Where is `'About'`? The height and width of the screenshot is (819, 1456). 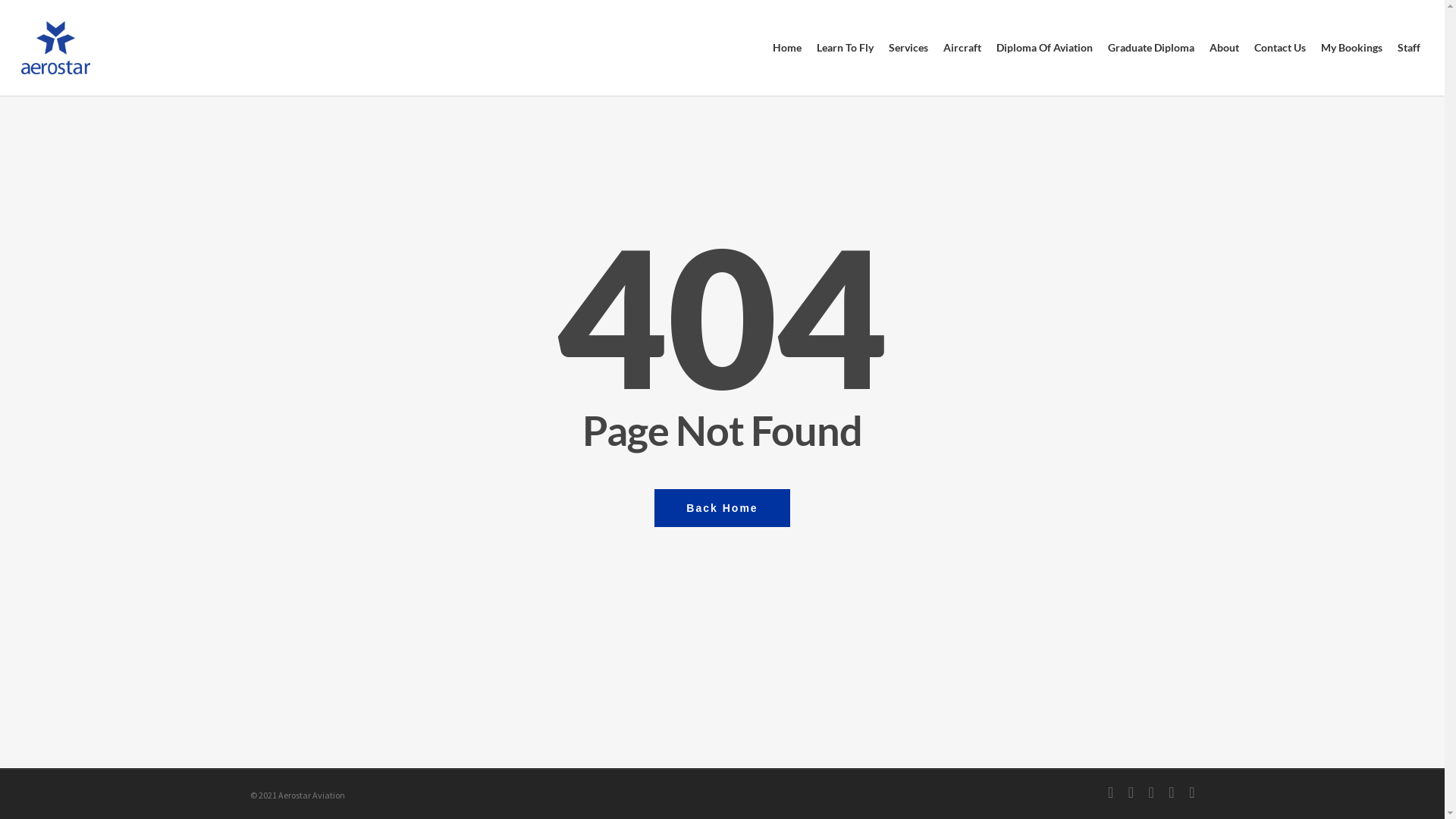 'About' is located at coordinates (1224, 46).